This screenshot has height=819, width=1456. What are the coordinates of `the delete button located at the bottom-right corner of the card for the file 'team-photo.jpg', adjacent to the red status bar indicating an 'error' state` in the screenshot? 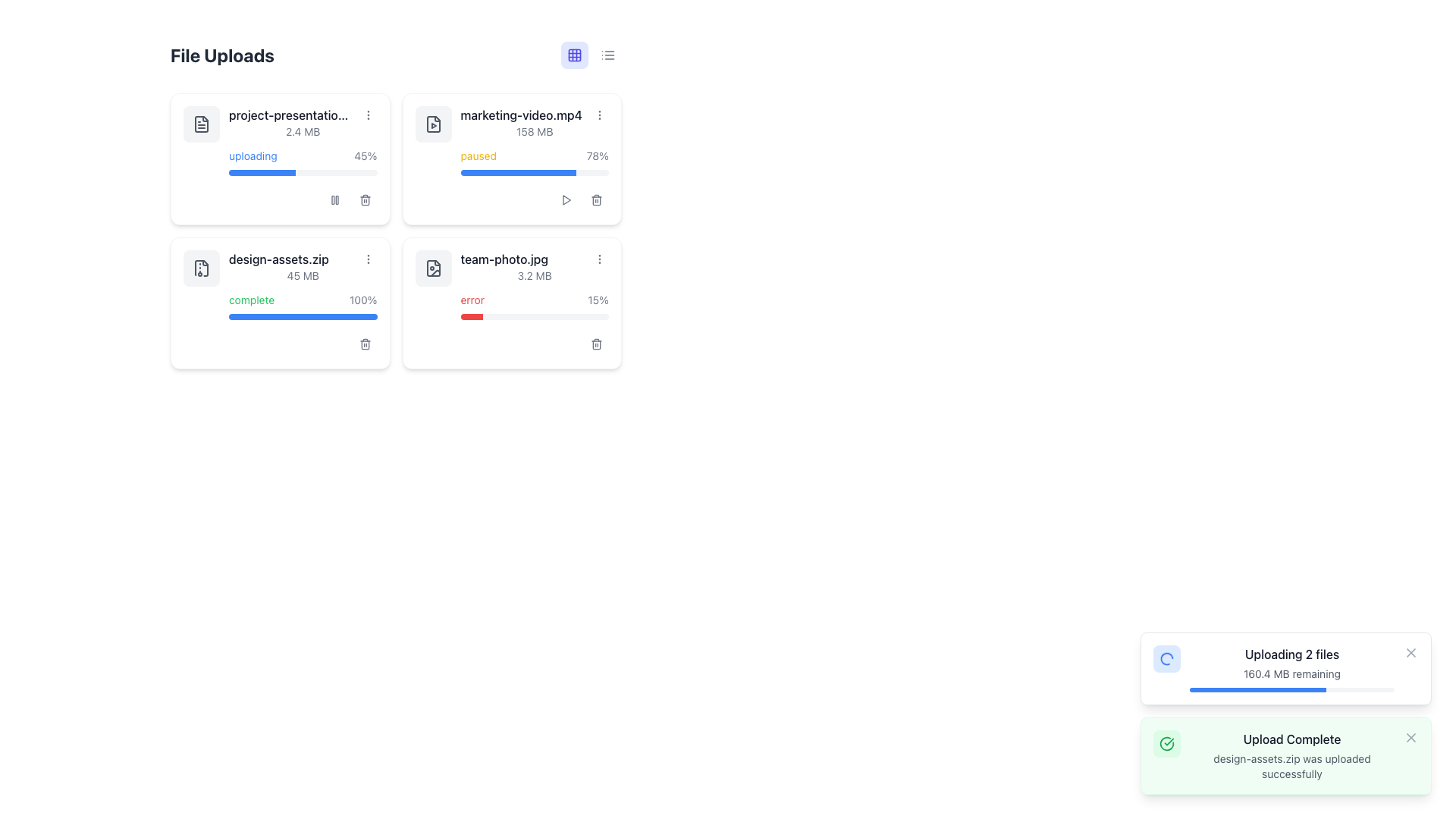 It's located at (596, 344).